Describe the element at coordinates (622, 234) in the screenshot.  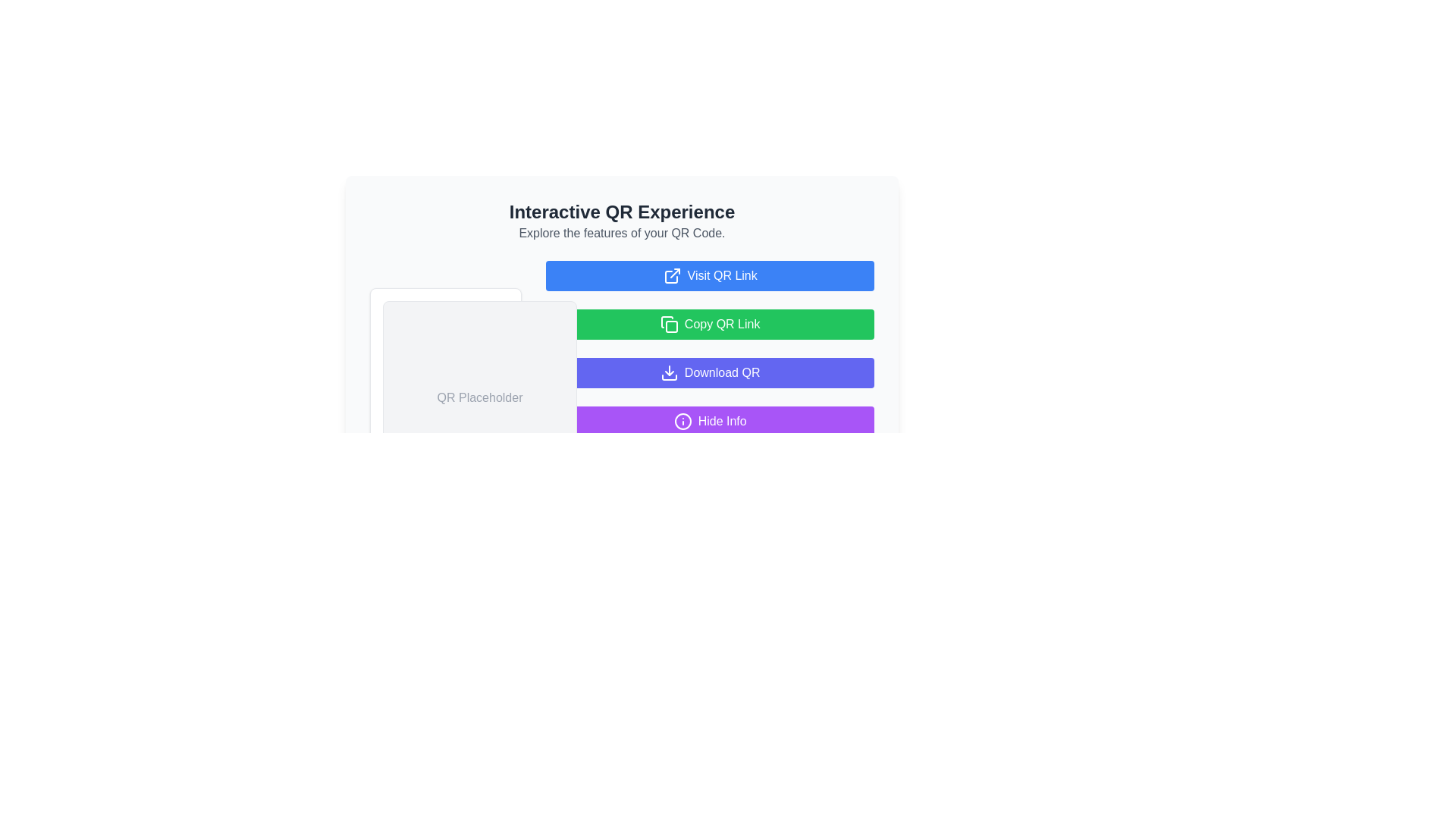
I see `the static text element that serves as a descriptive subtitle beneath 'Interactive QR Experience'` at that location.